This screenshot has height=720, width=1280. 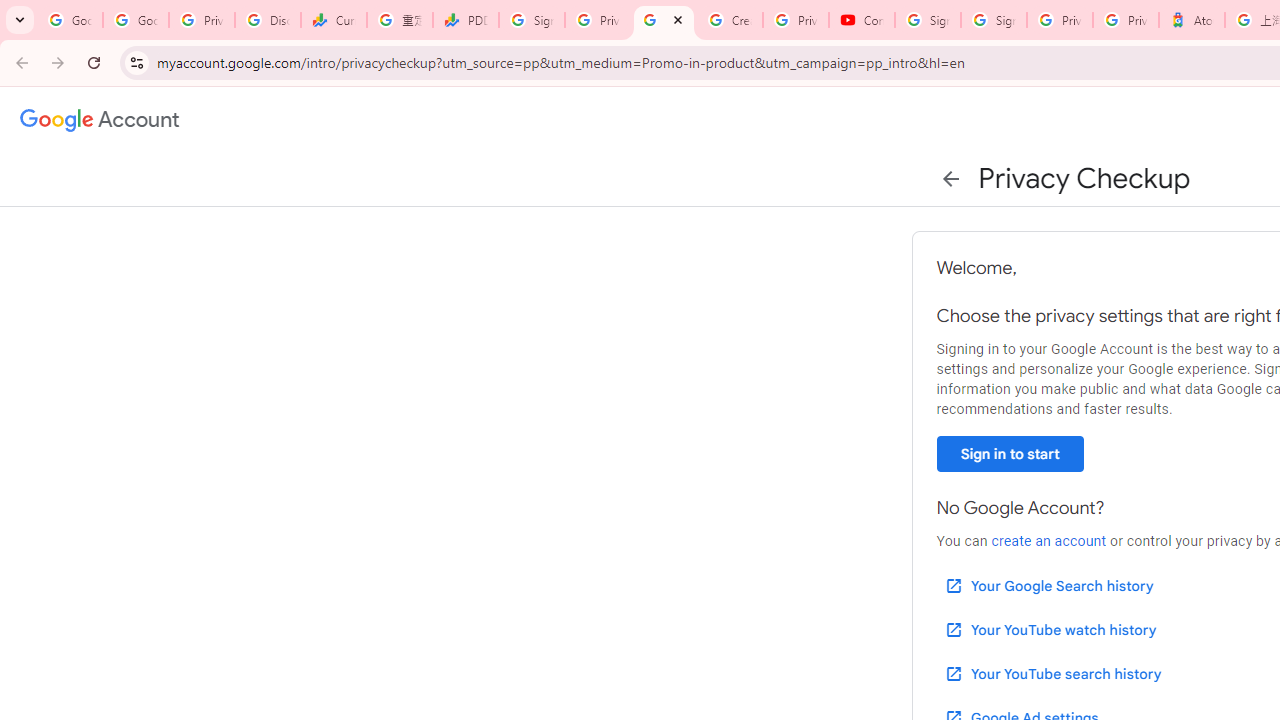 I want to click on 'Atour Hotel - Google hotels', so click(x=1191, y=20).